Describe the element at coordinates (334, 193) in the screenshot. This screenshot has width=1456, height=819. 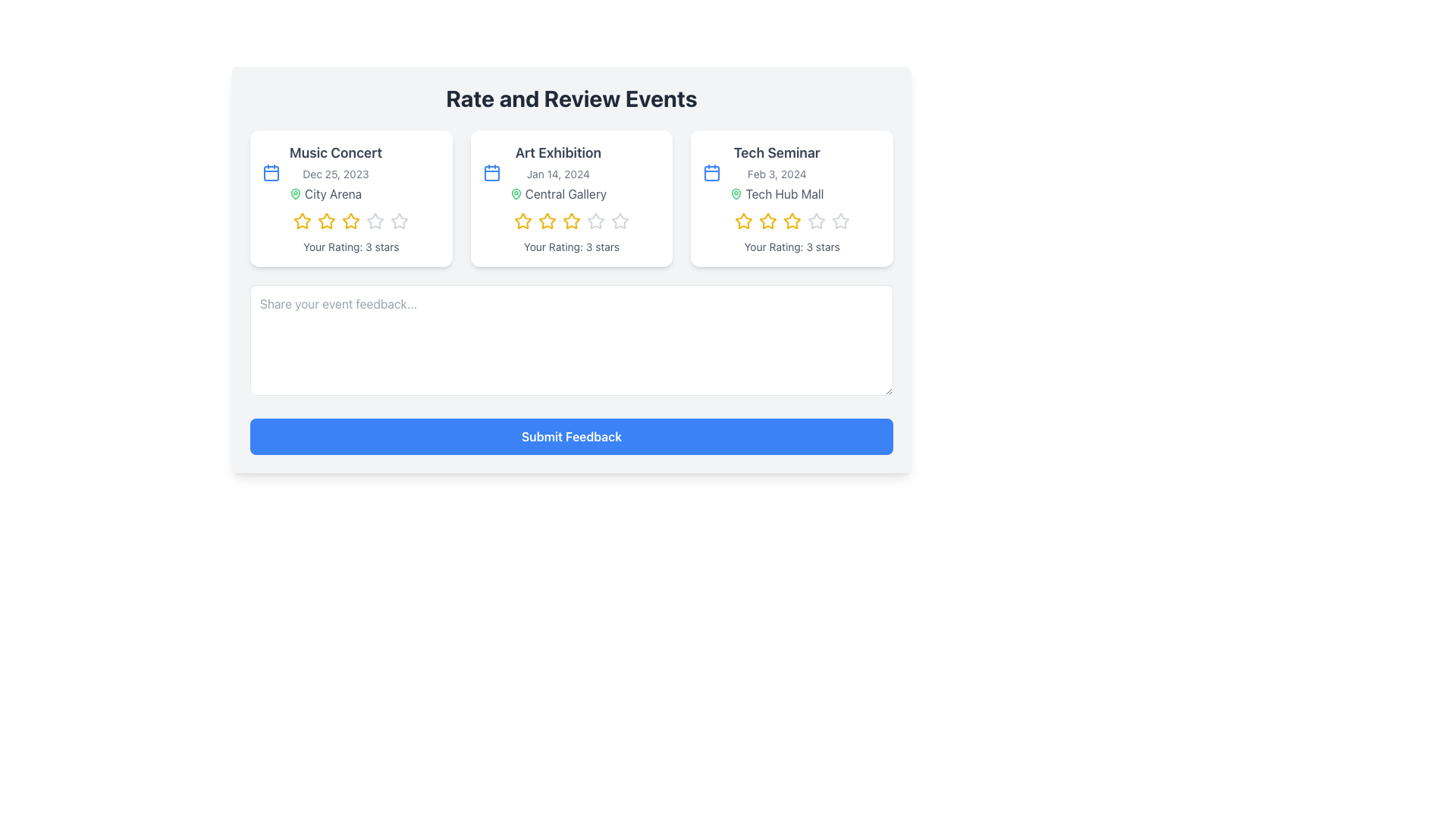
I see `venue name 'City Arena' displayed in the leftmost card labeled 'Music Concert' below the date 'Dec 25, 2023' and above the star rating icons` at that location.